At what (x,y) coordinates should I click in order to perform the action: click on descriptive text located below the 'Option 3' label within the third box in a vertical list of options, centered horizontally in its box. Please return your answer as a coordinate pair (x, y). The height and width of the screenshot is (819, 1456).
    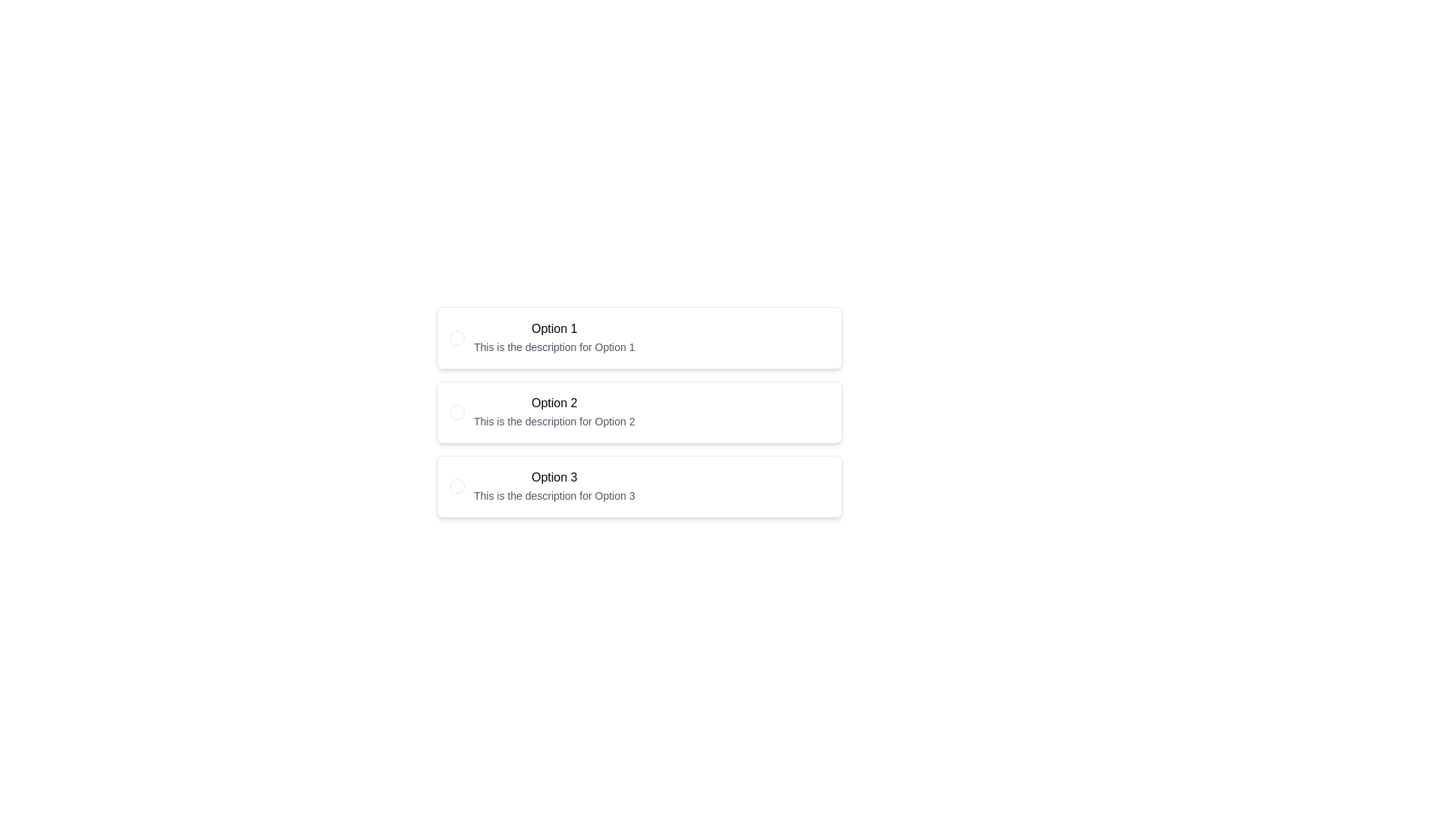
    Looking at the image, I should click on (554, 496).